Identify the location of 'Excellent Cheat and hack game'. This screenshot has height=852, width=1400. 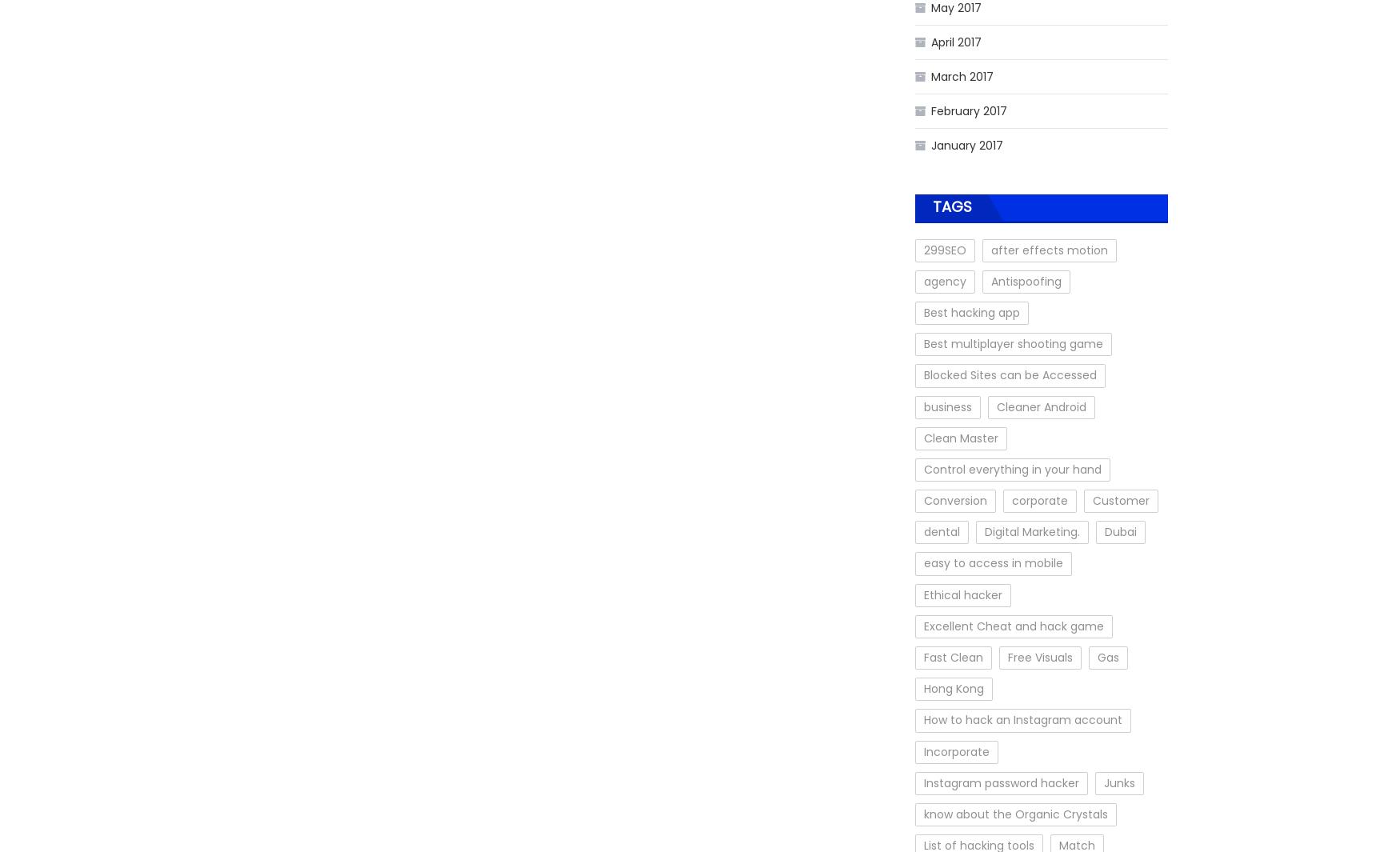
(923, 626).